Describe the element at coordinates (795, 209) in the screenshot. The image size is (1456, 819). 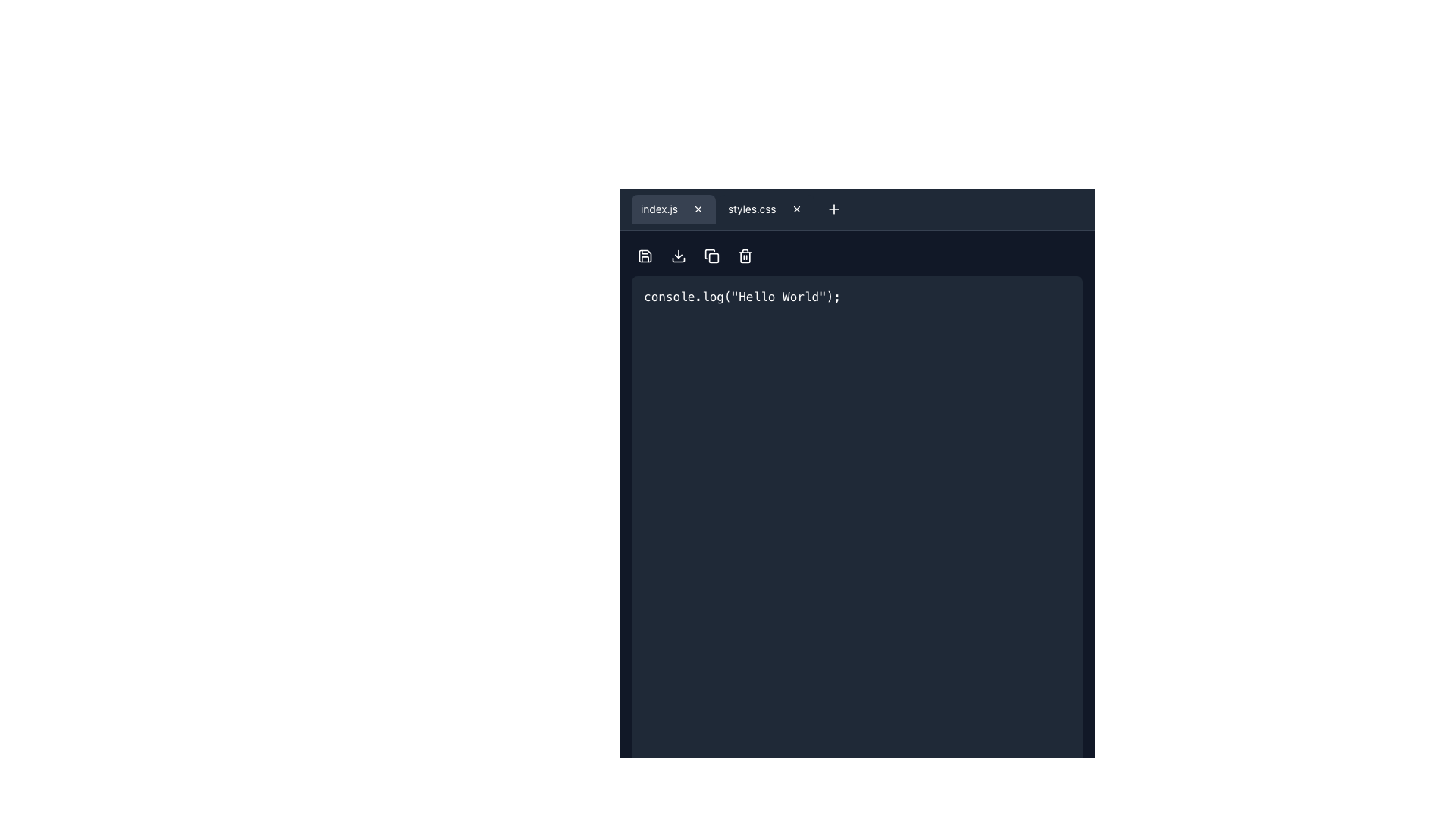
I see `the close button (icon control) located at the far right side of the tab labeled 'styles.css'` at that location.